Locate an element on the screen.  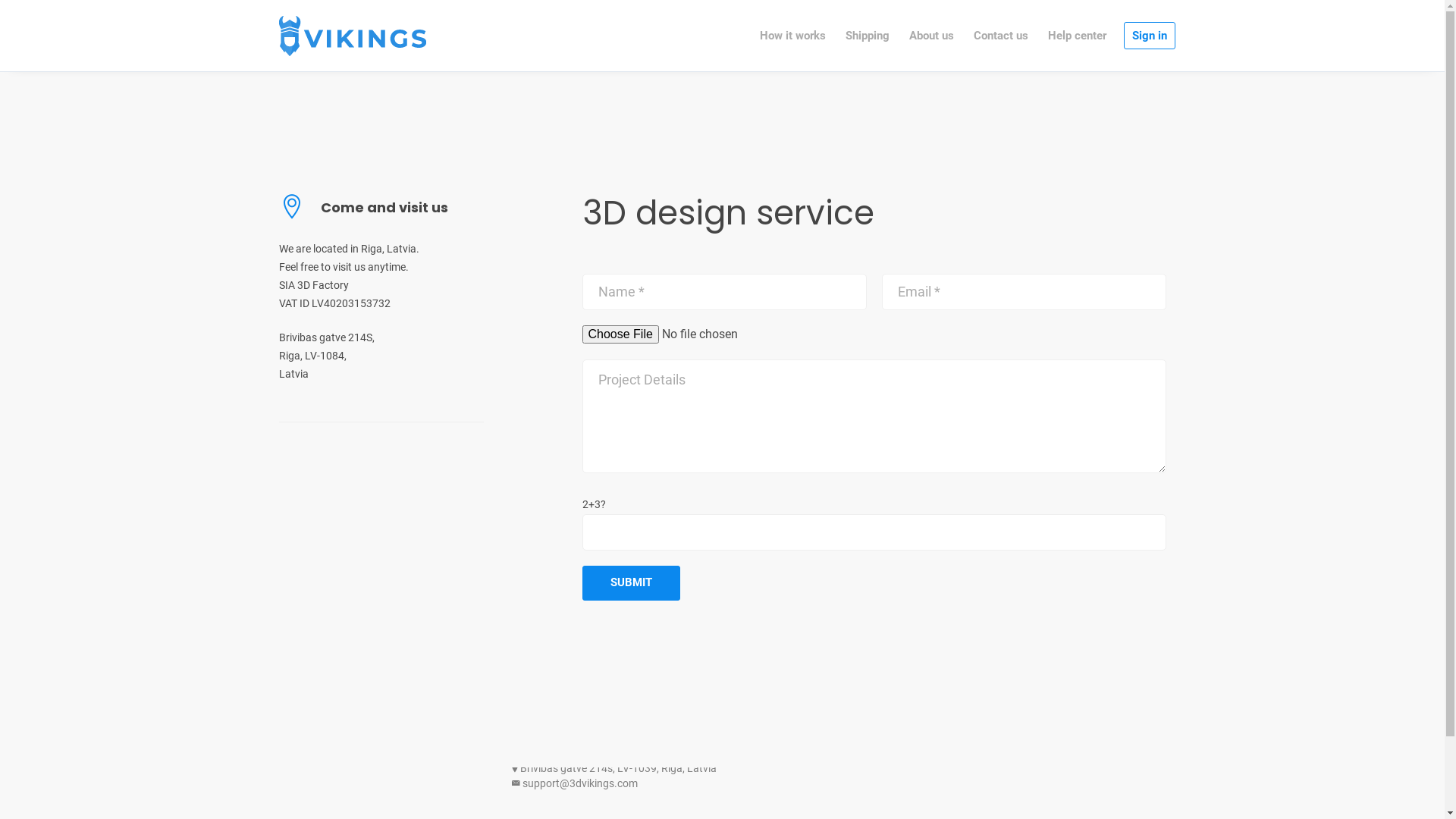
'Sign in' is located at coordinates (1150, 34).